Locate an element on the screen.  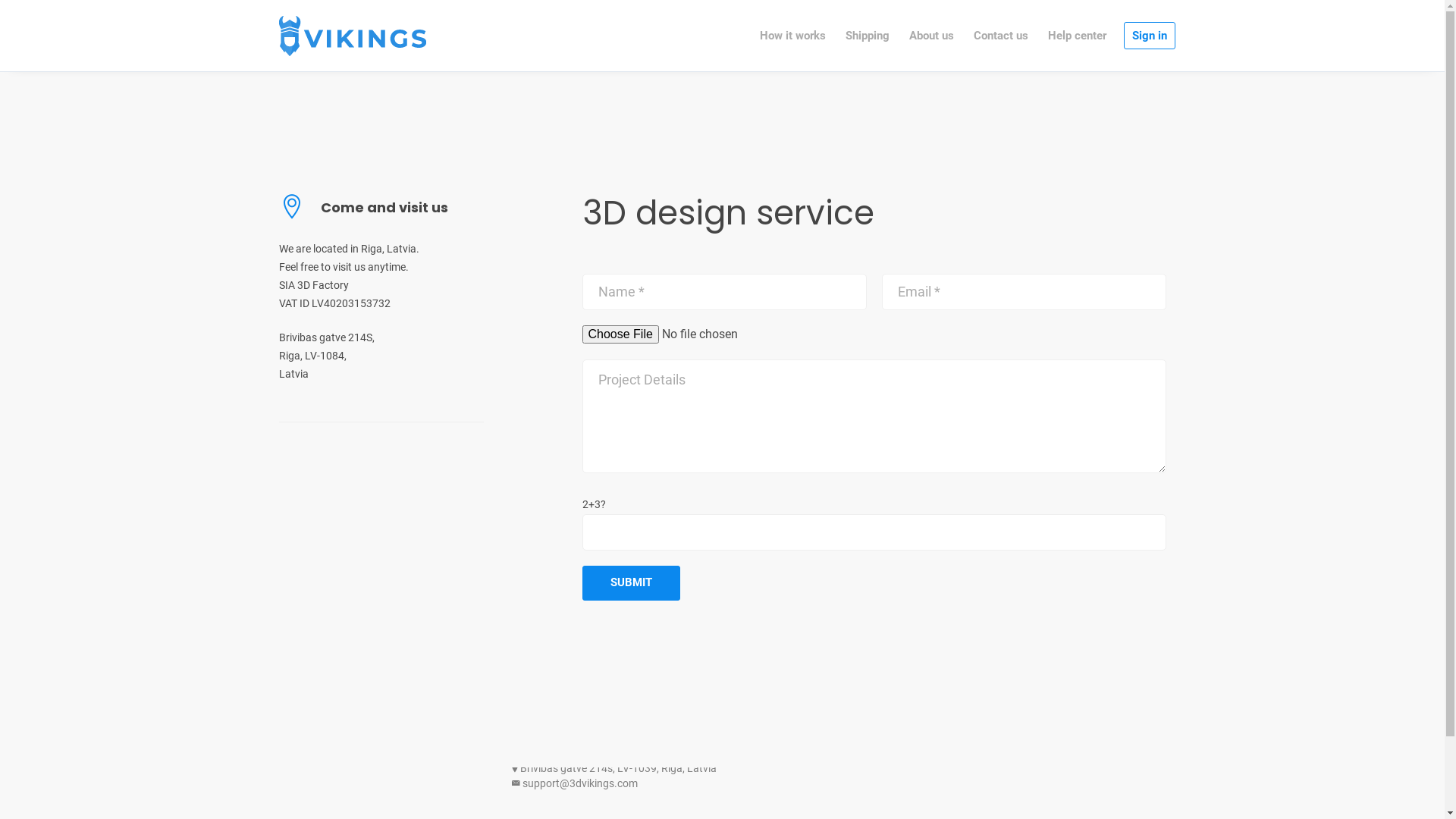
'Sign in' is located at coordinates (1150, 34).